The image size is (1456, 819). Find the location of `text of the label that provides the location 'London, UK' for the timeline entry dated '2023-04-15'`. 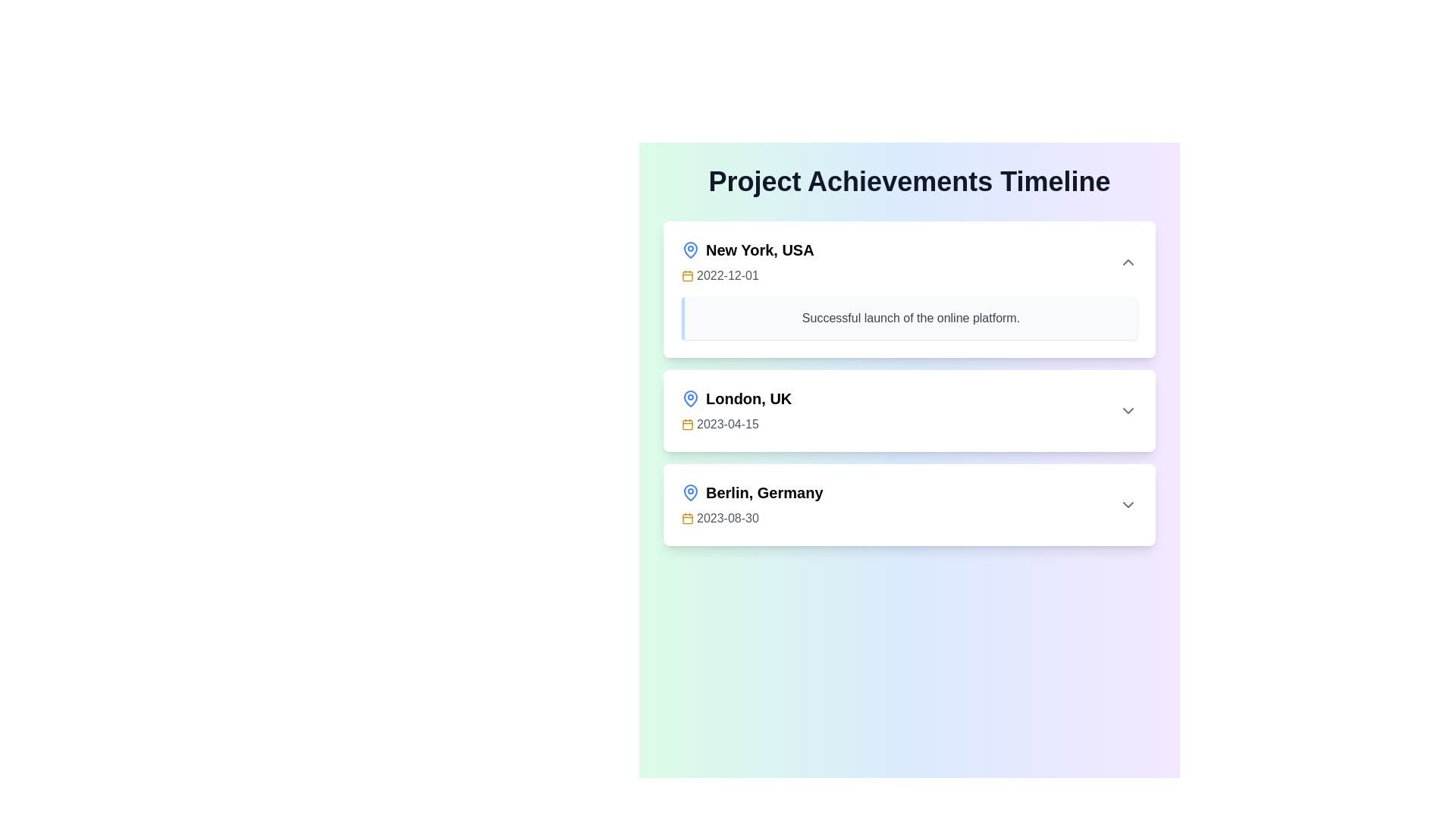

text of the label that provides the location 'London, UK' for the timeline entry dated '2023-04-15' is located at coordinates (736, 397).